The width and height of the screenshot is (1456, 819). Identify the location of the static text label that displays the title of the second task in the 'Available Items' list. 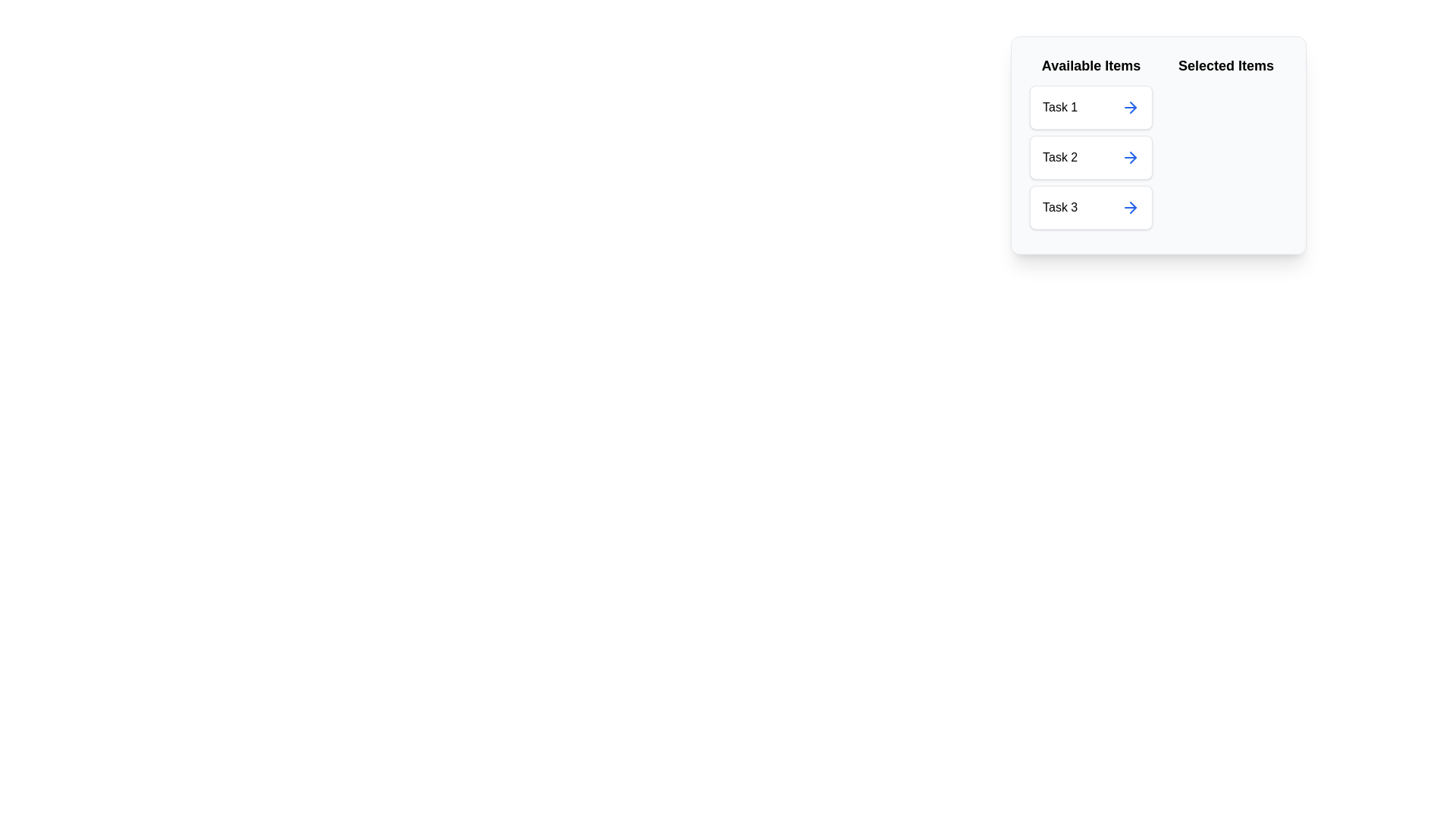
(1059, 158).